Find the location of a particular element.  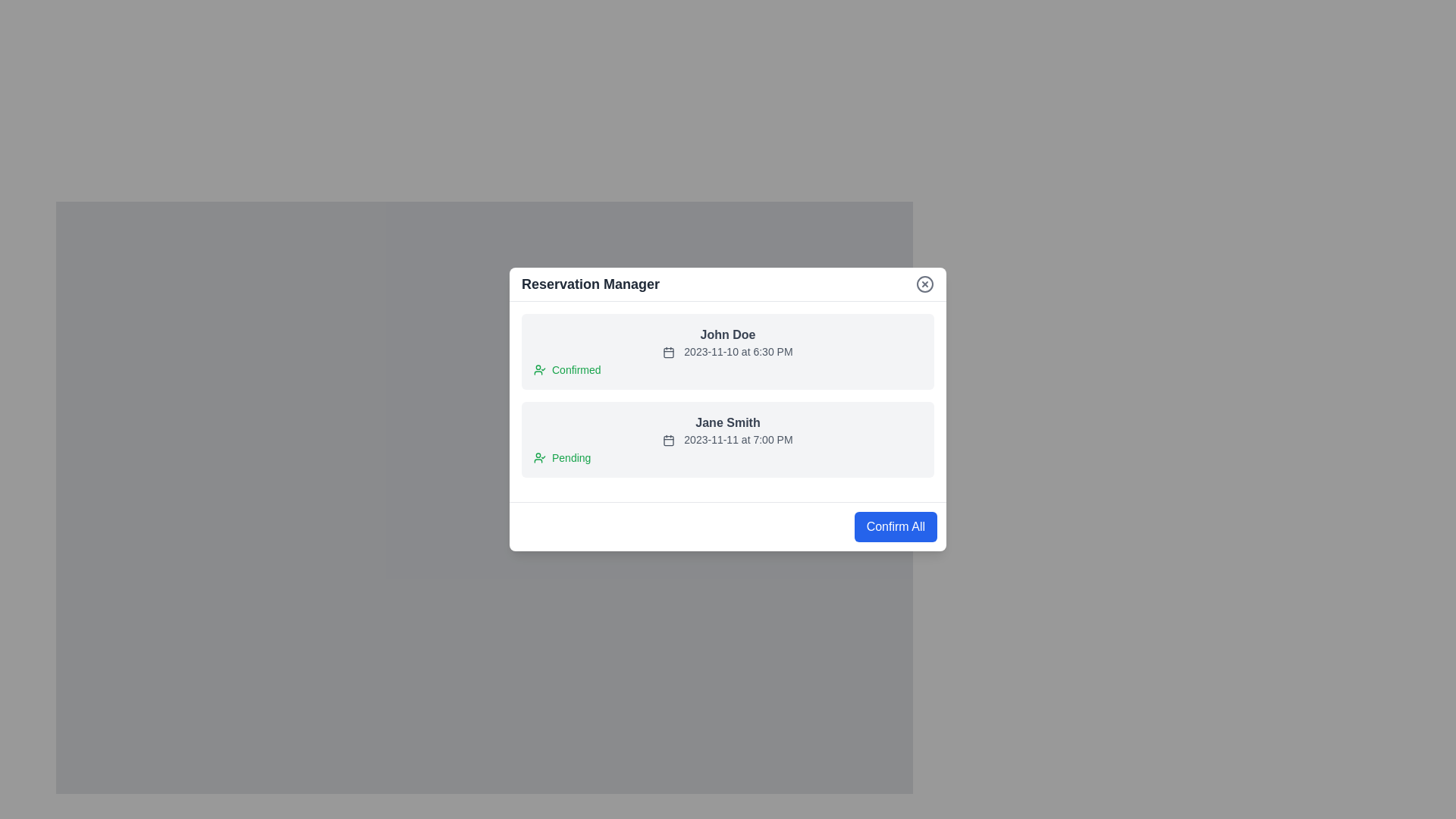

the user figure icon with a checkmark, styled in green, located to the left of the text 'Confirmed' for the entry corresponding to 'John Doe' is located at coordinates (539, 370).